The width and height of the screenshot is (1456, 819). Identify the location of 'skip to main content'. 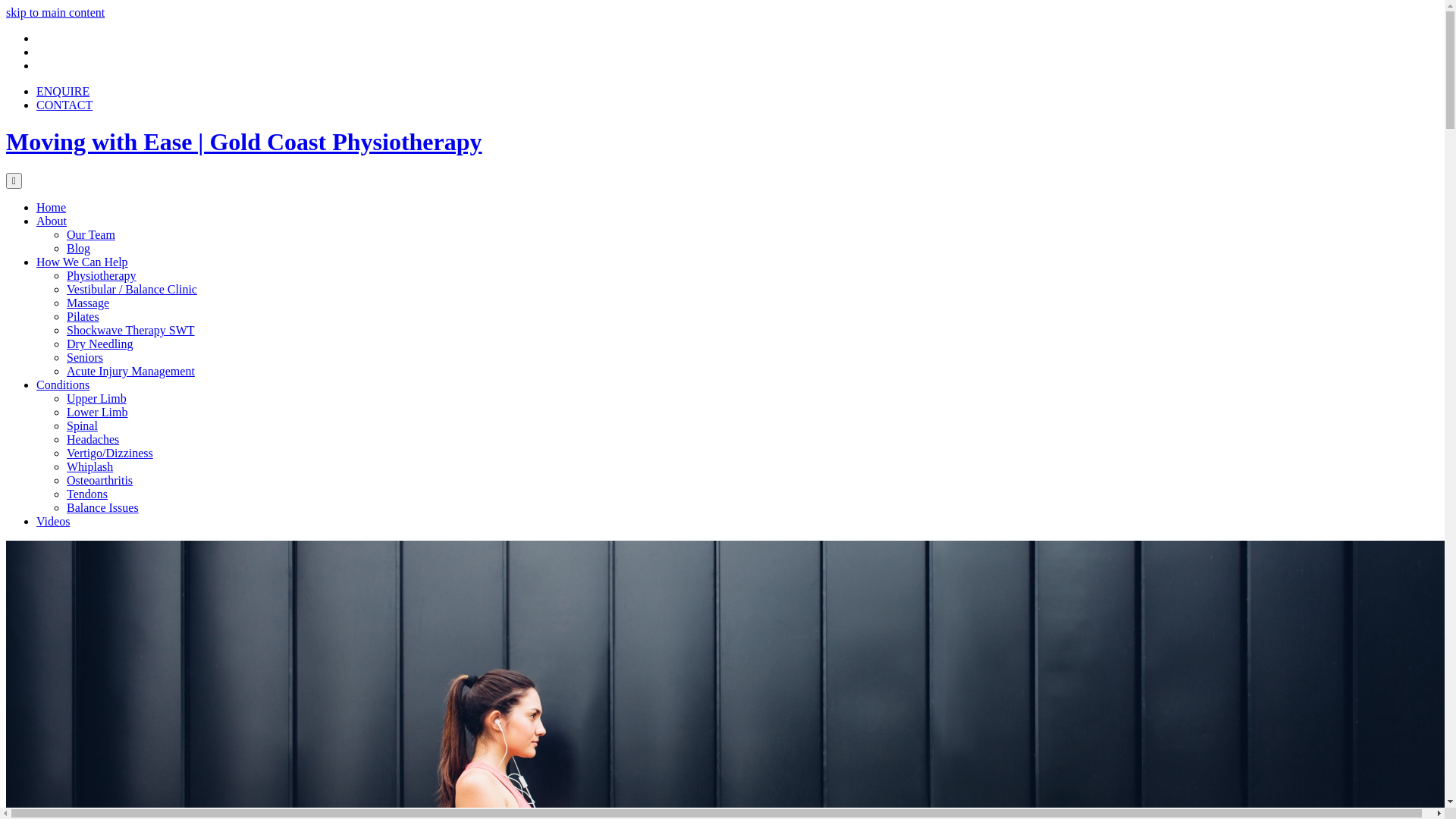
(55, 12).